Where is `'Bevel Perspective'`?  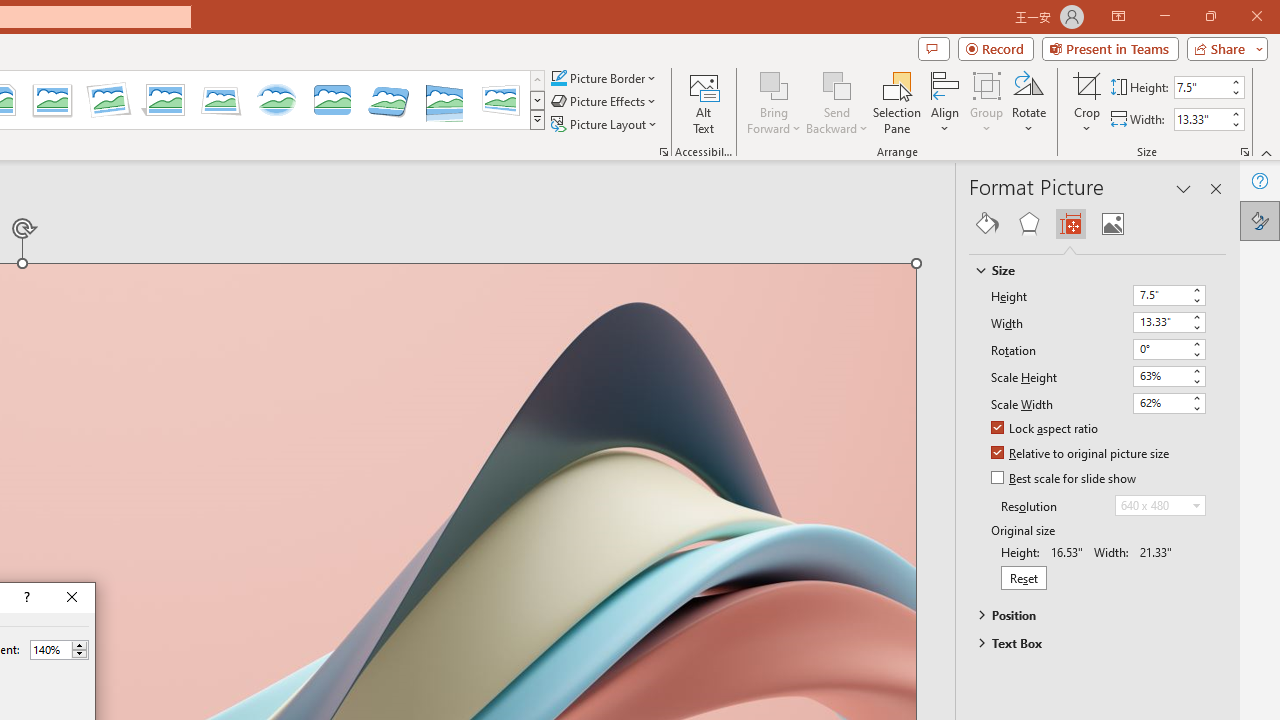
'Bevel Perspective' is located at coordinates (389, 100).